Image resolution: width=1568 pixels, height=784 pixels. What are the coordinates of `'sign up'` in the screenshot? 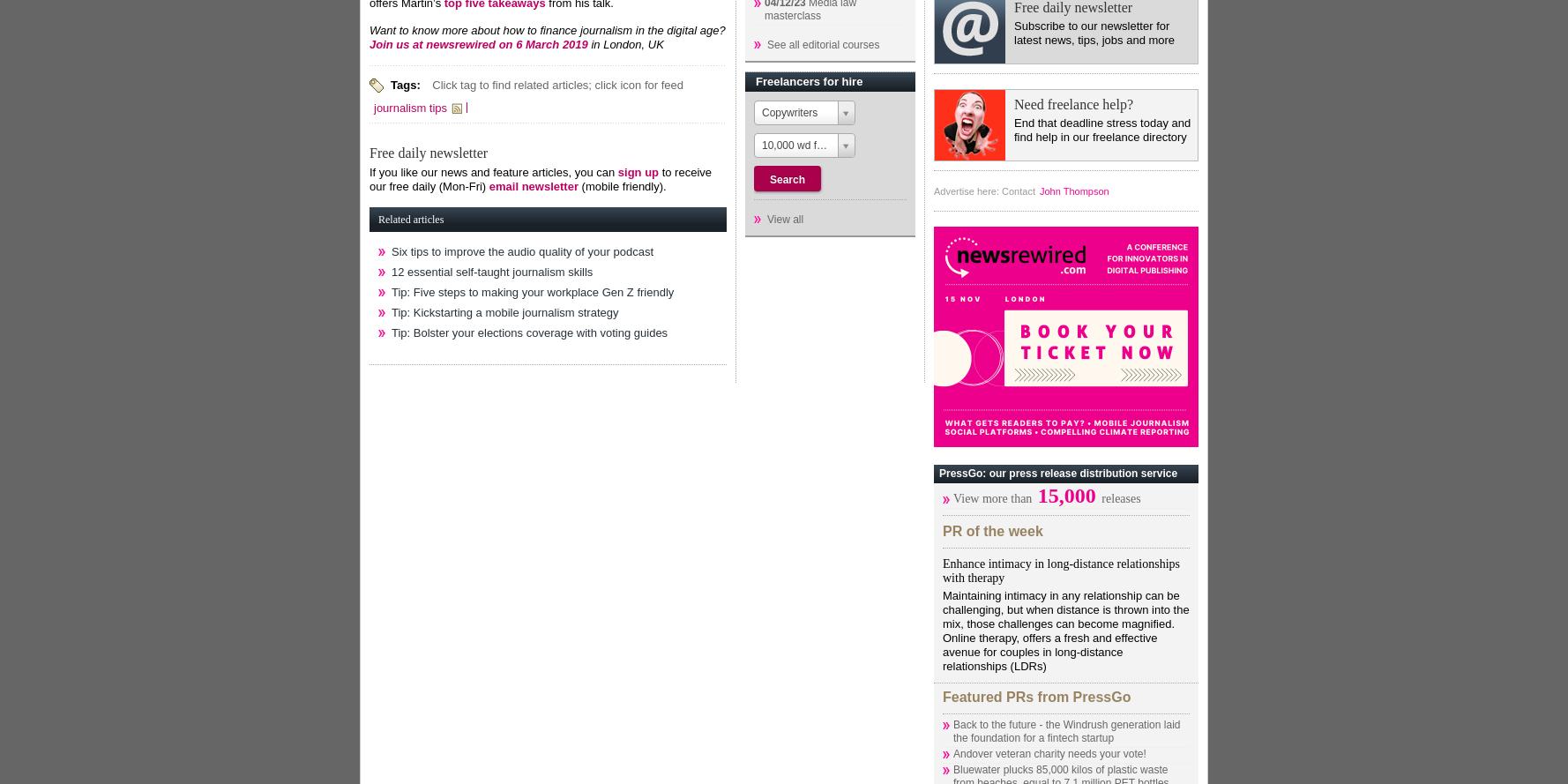 It's located at (637, 170).